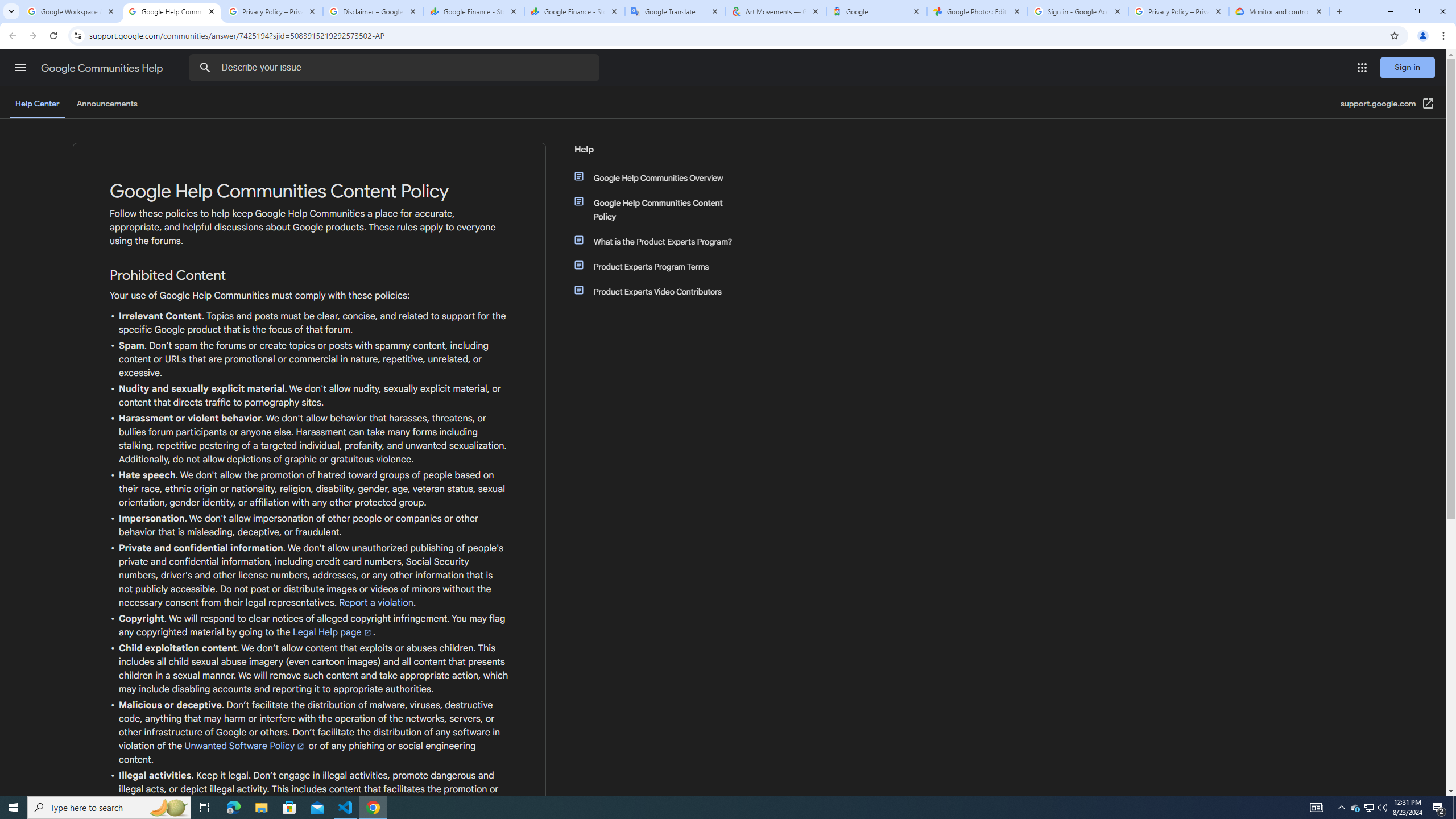  I want to click on 'Google Help Communities Overview', so click(661, 178).